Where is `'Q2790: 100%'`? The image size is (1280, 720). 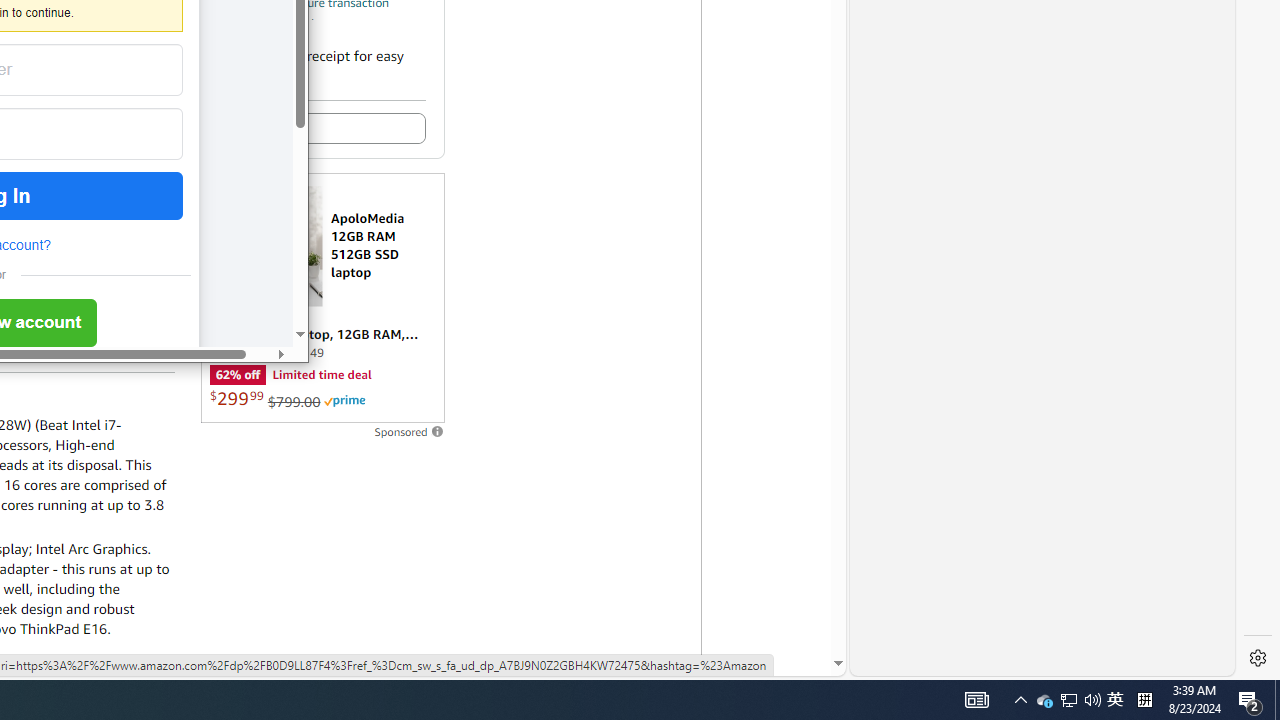
'Q2790: 100%' is located at coordinates (1092, 698).